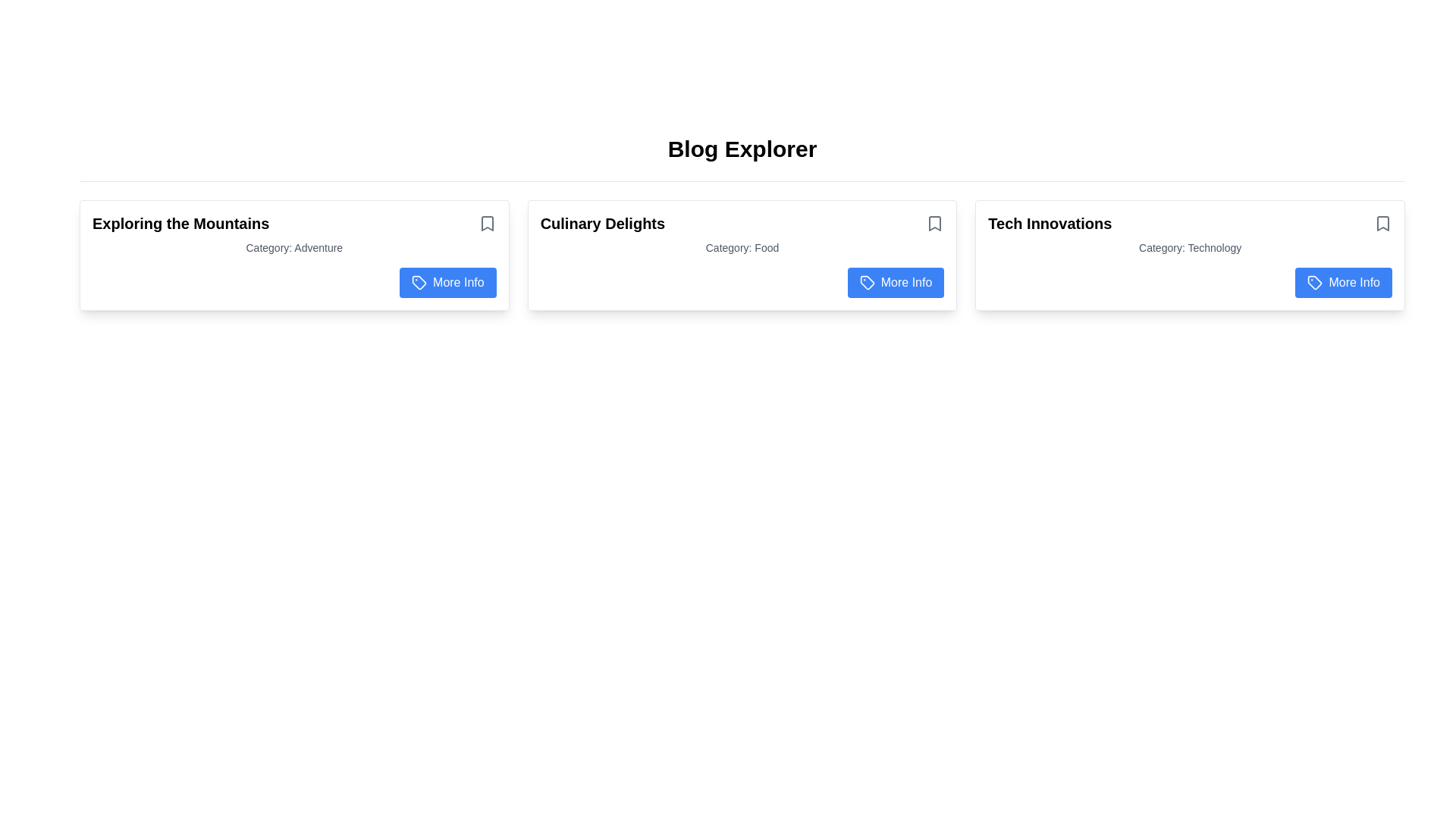 This screenshot has width=1456, height=819. Describe the element at coordinates (1189, 247) in the screenshot. I see `text label that displays the category of the blog content, located beneath the title 'Tech Innovations' and above the 'More Info' button` at that location.